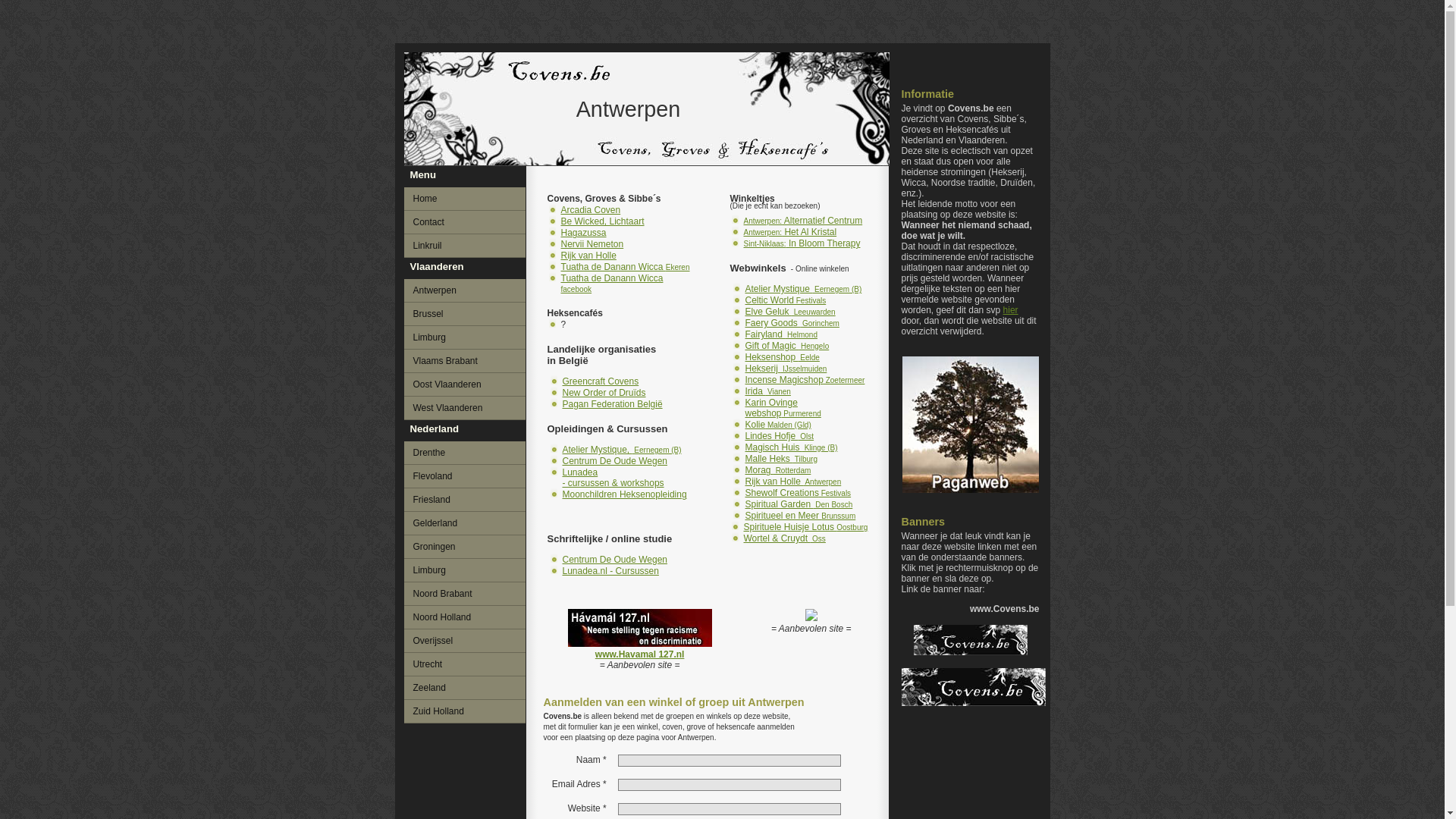 The image size is (1456, 819). What do you see at coordinates (463, 245) in the screenshot?
I see `'Linkruil'` at bounding box center [463, 245].